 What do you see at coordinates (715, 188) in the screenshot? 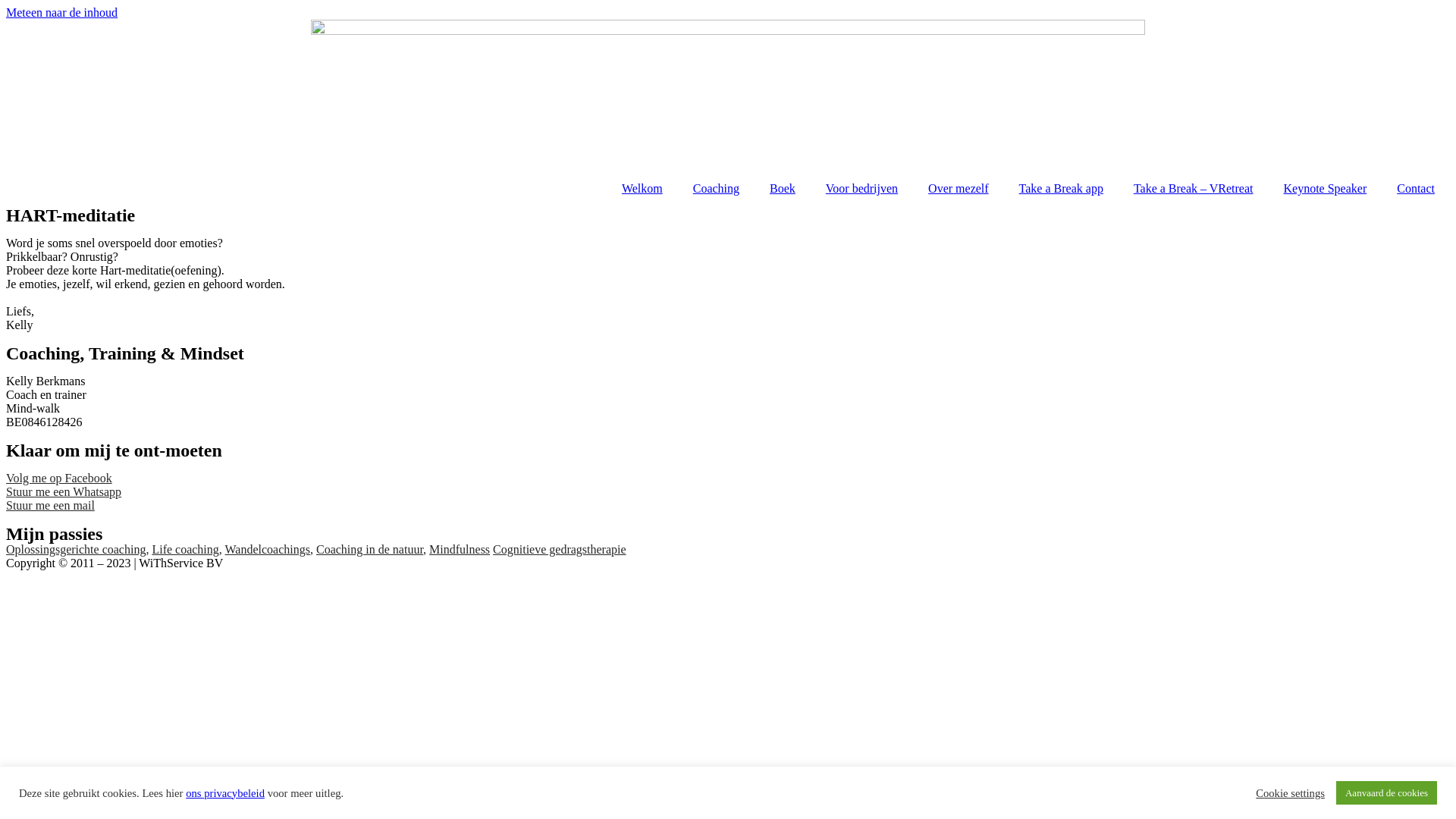
I see `'Coaching'` at bounding box center [715, 188].